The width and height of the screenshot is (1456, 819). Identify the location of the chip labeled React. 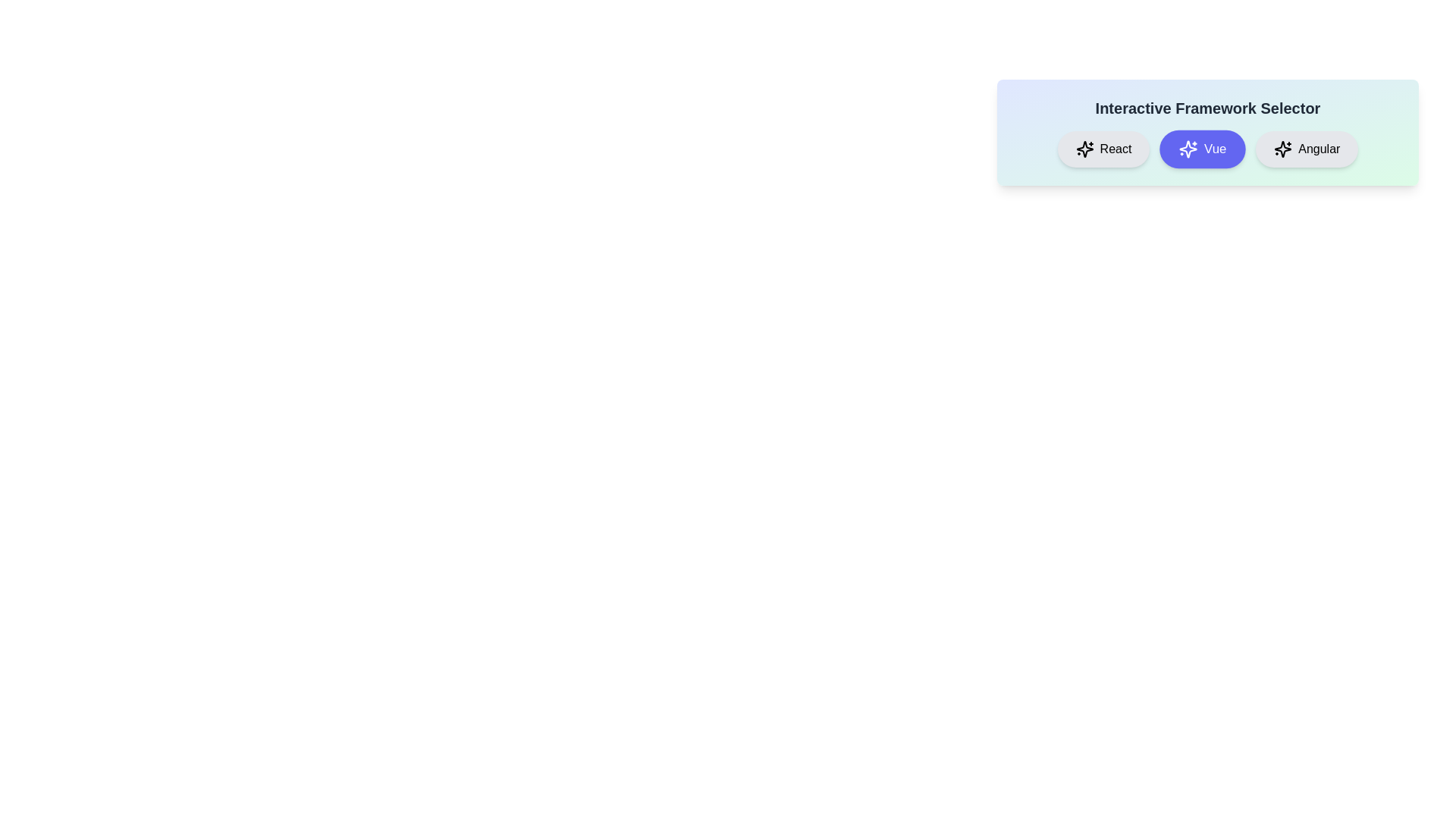
(1103, 149).